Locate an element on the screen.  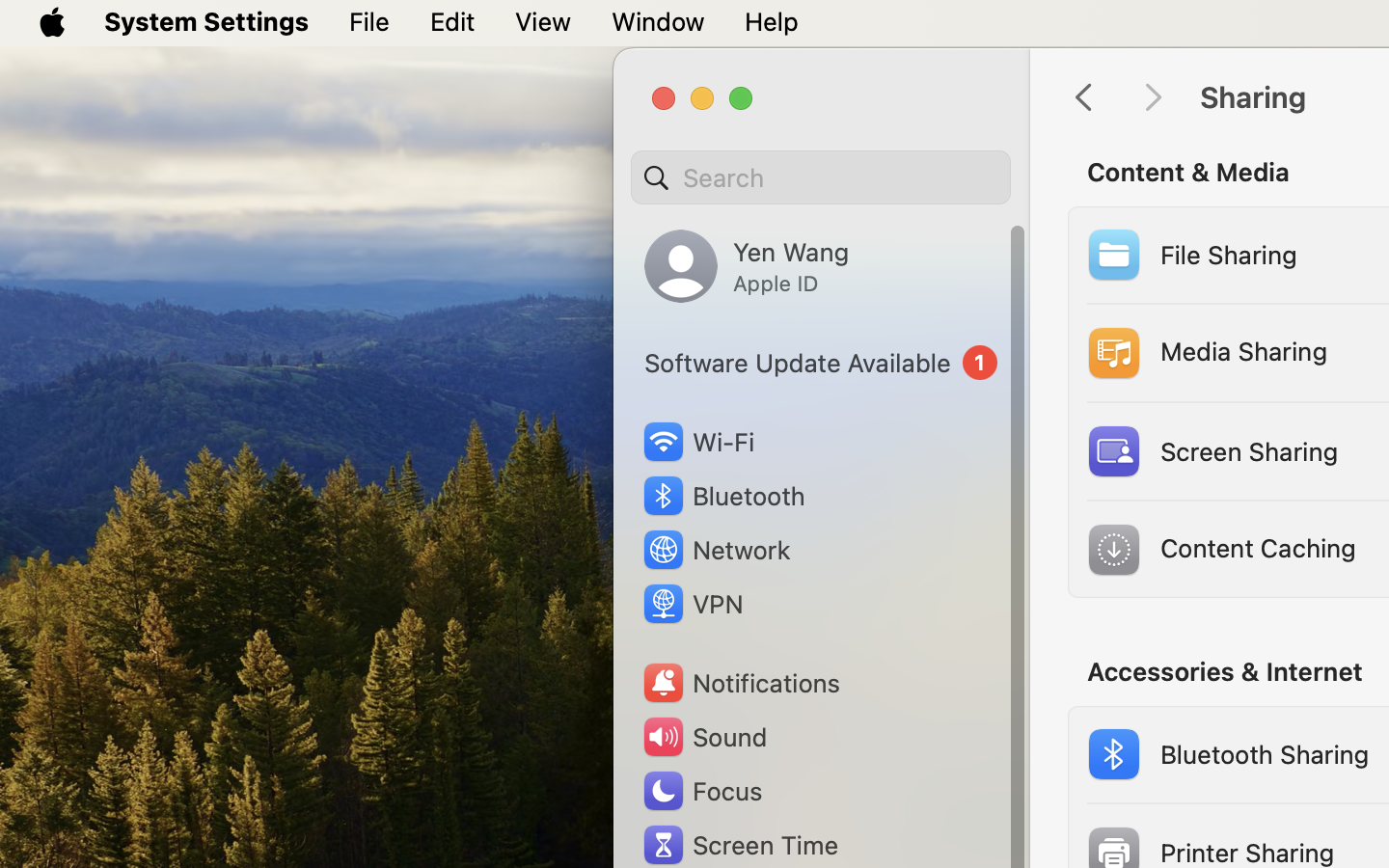
'Screen Sharing' is located at coordinates (1208, 450).